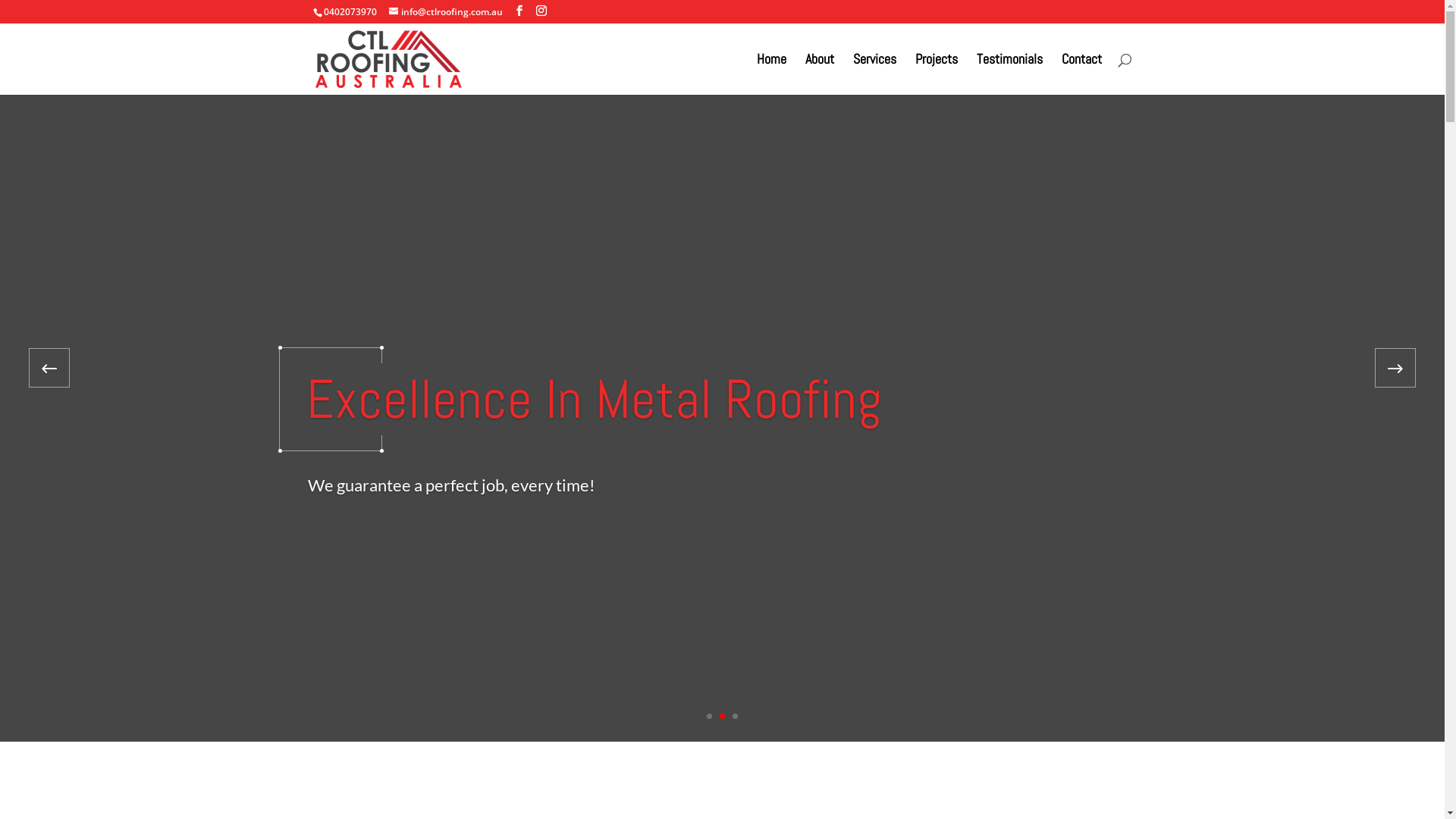 Image resolution: width=1456 pixels, height=819 pixels. Describe the element at coordinates (444, 11) in the screenshot. I see `'info@ctlroofing.com.au'` at that location.